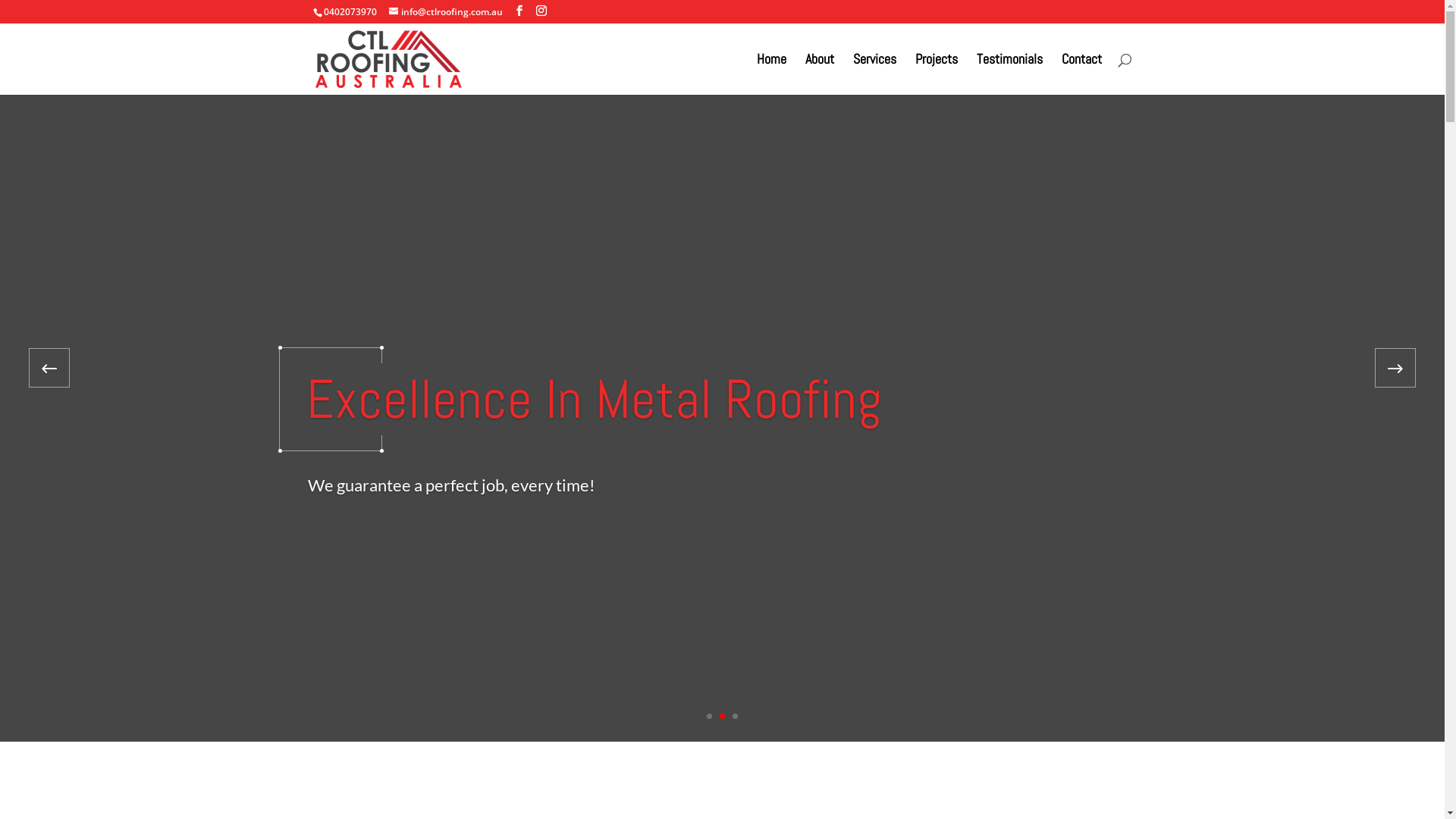 Image resolution: width=1456 pixels, height=819 pixels. Describe the element at coordinates (444, 11) in the screenshot. I see `'info@ctlroofing.com.au'` at that location.